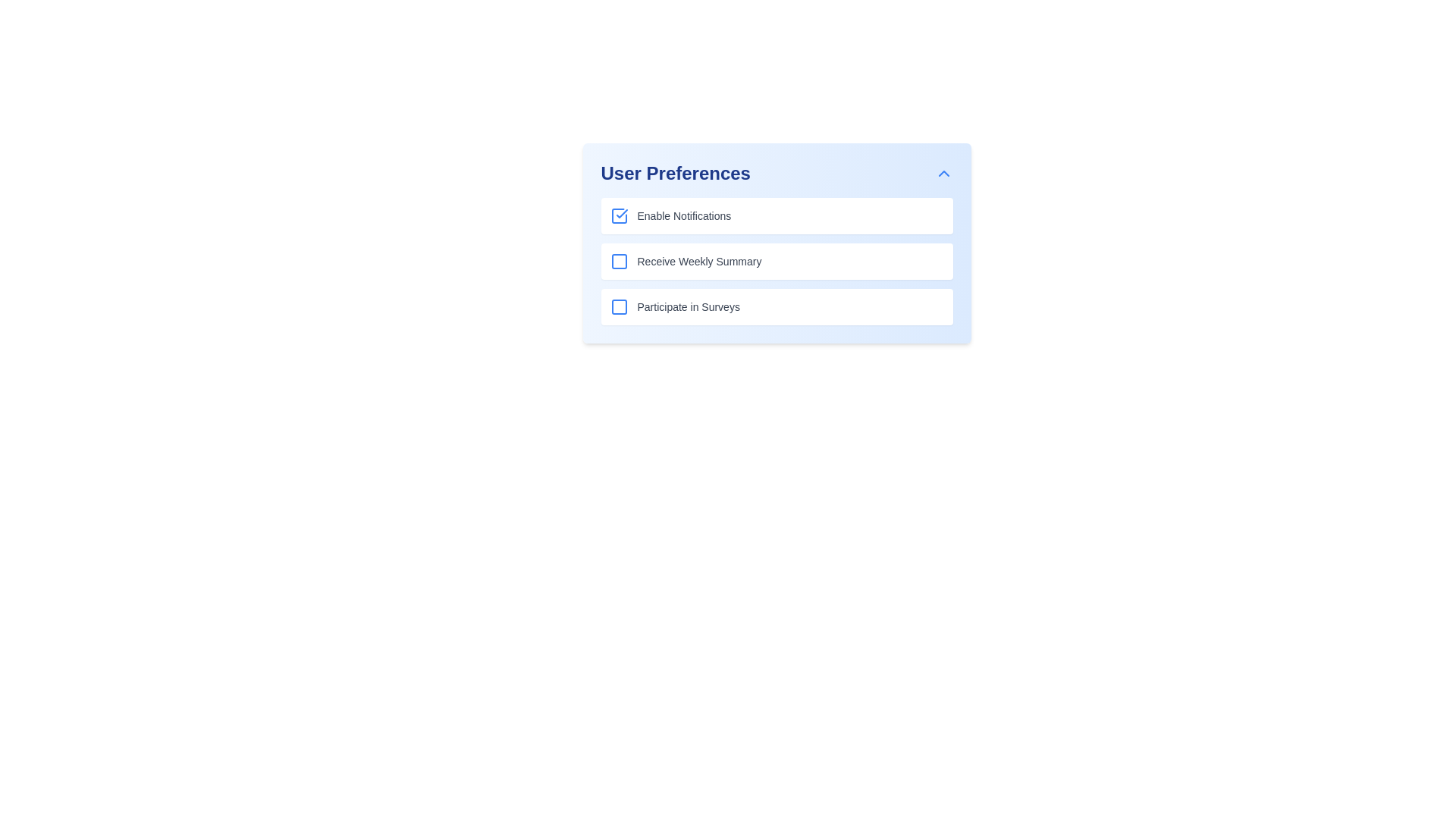  Describe the element at coordinates (683, 216) in the screenshot. I see `the text label reading 'Enable Notifications', which is situated next to a checkbox in the 'User Preferences' section` at that location.